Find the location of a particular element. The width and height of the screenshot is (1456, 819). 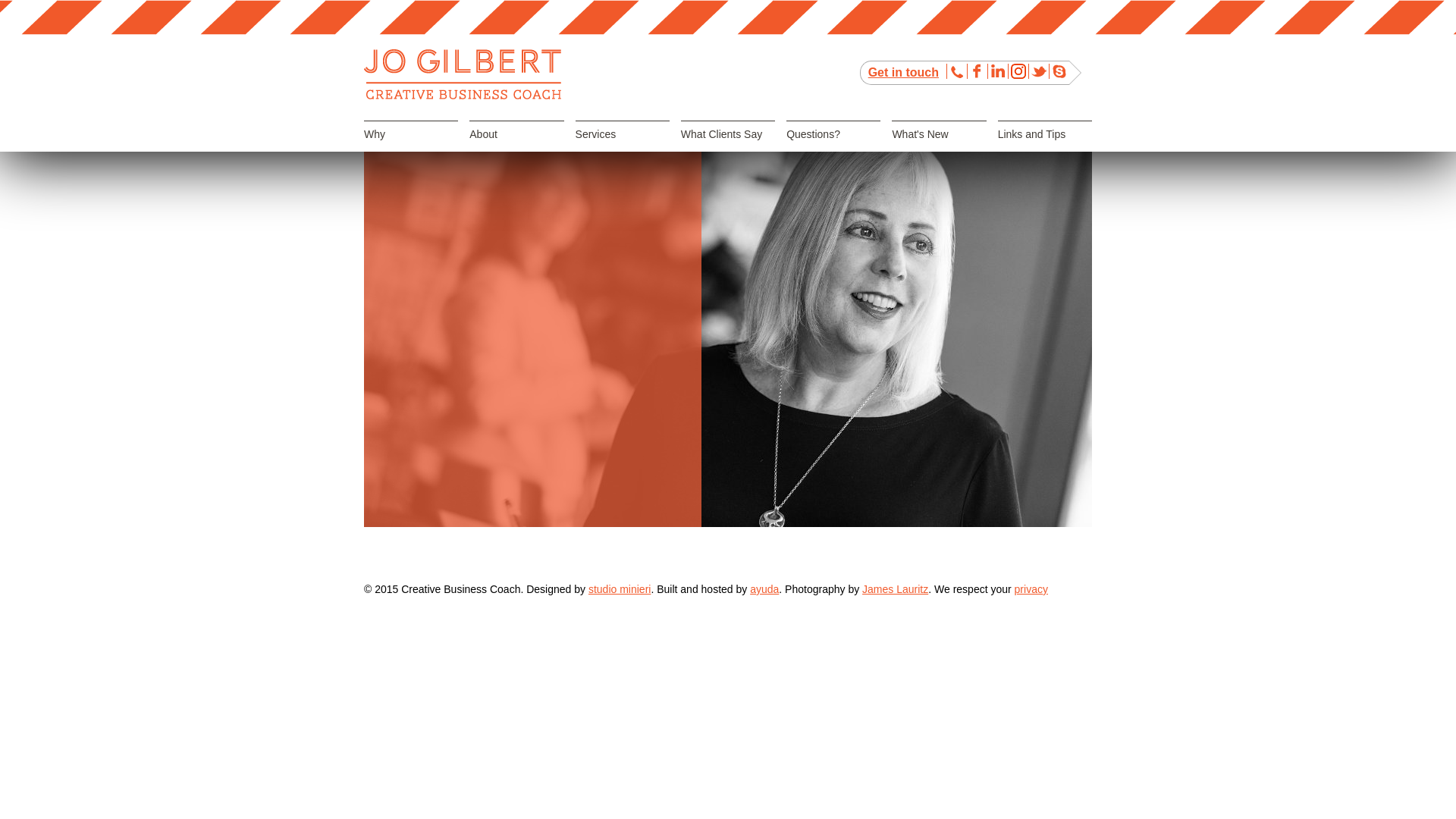

'What's New' is located at coordinates (892, 148).